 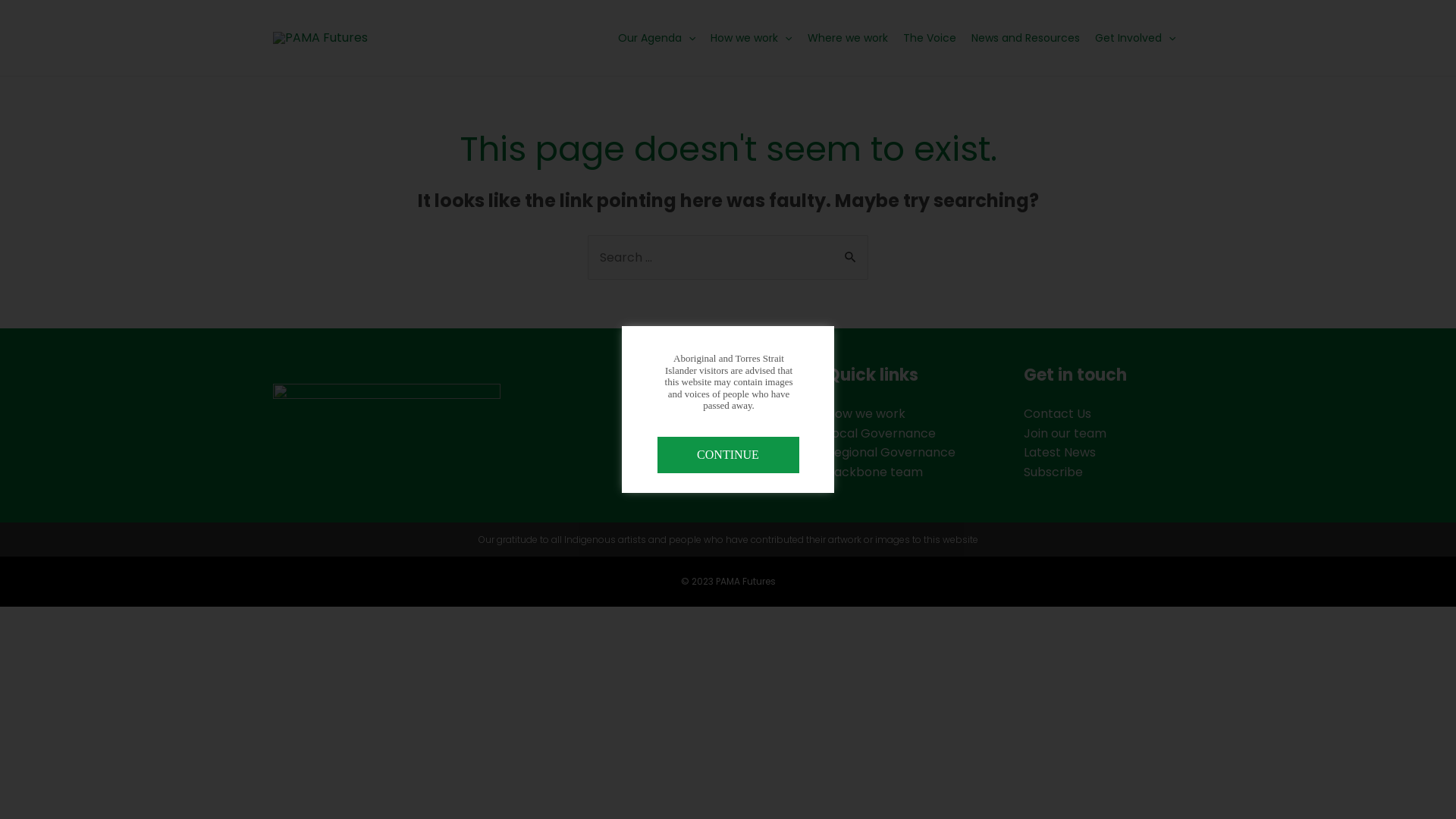 I want to click on 'Search', so click(x=851, y=250).